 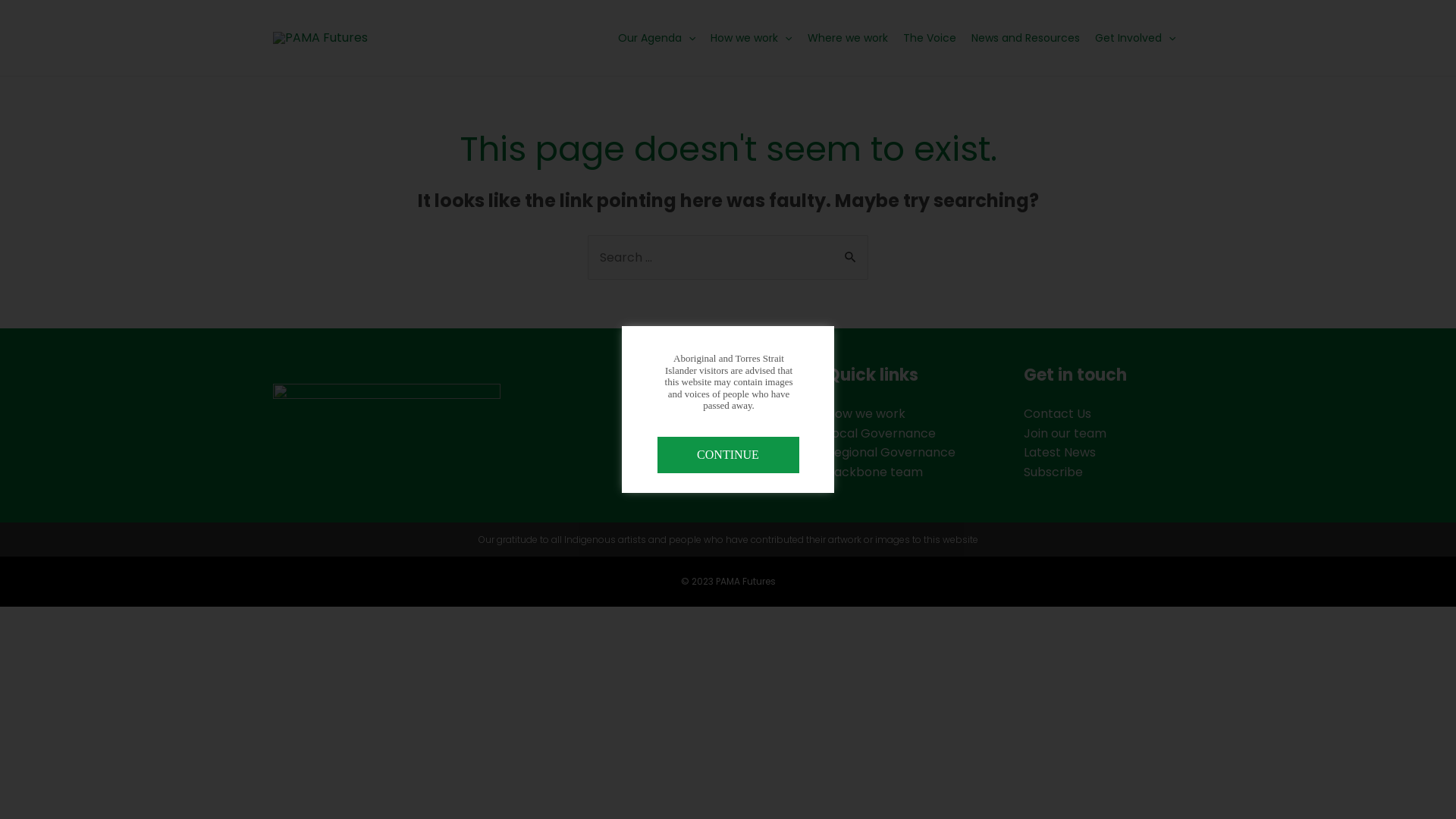 I want to click on 'Search', so click(x=851, y=250).